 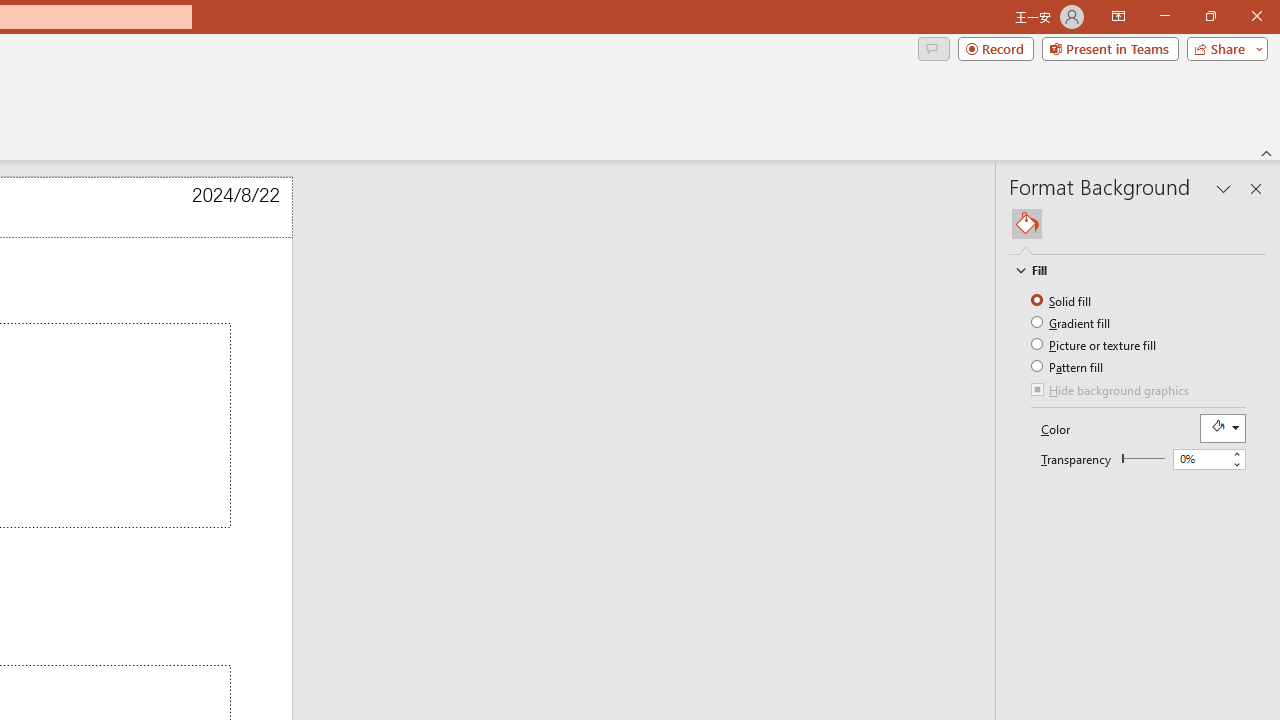 What do you see at coordinates (1207, 459) in the screenshot?
I see `'Transparency'` at bounding box center [1207, 459].